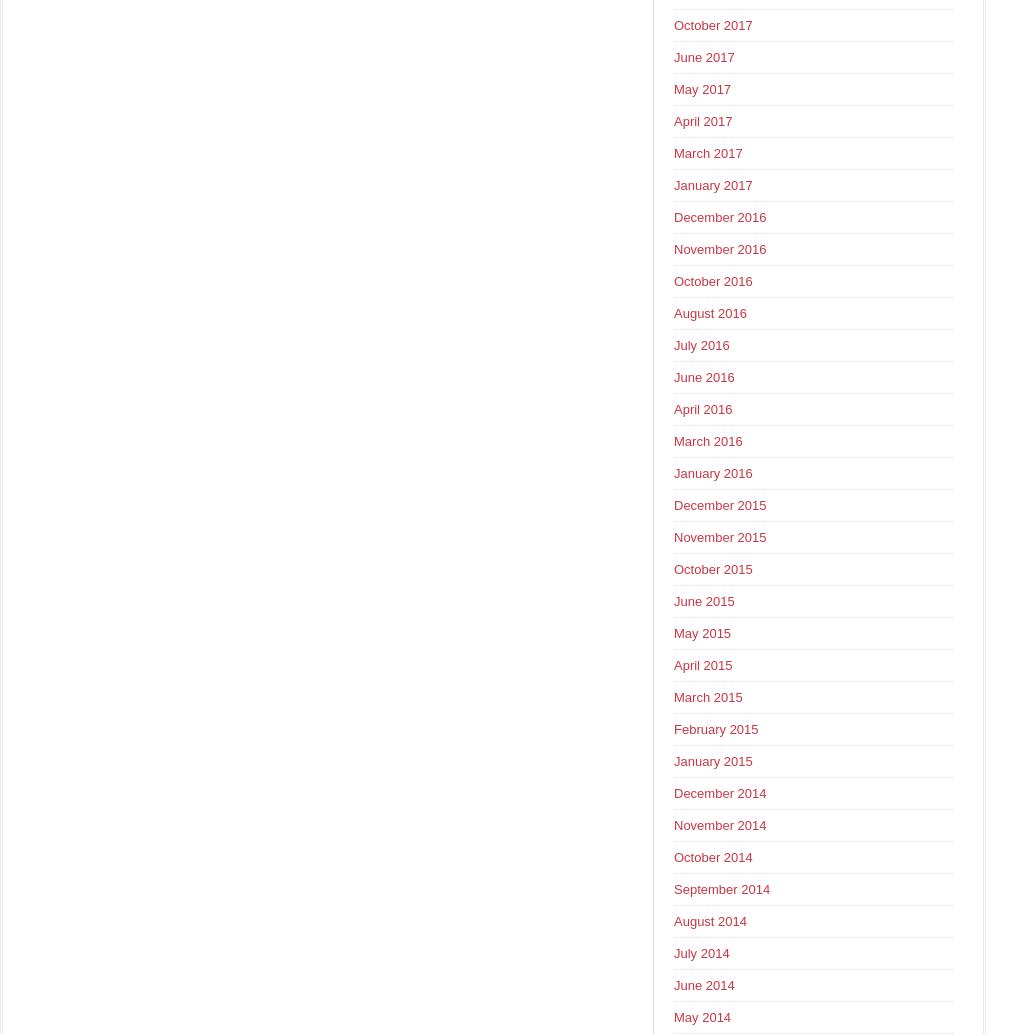 This screenshot has width=1029, height=1034. Describe the element at coordinates (711, 856) in the screenshot. I see `'October 2014'` at that location.